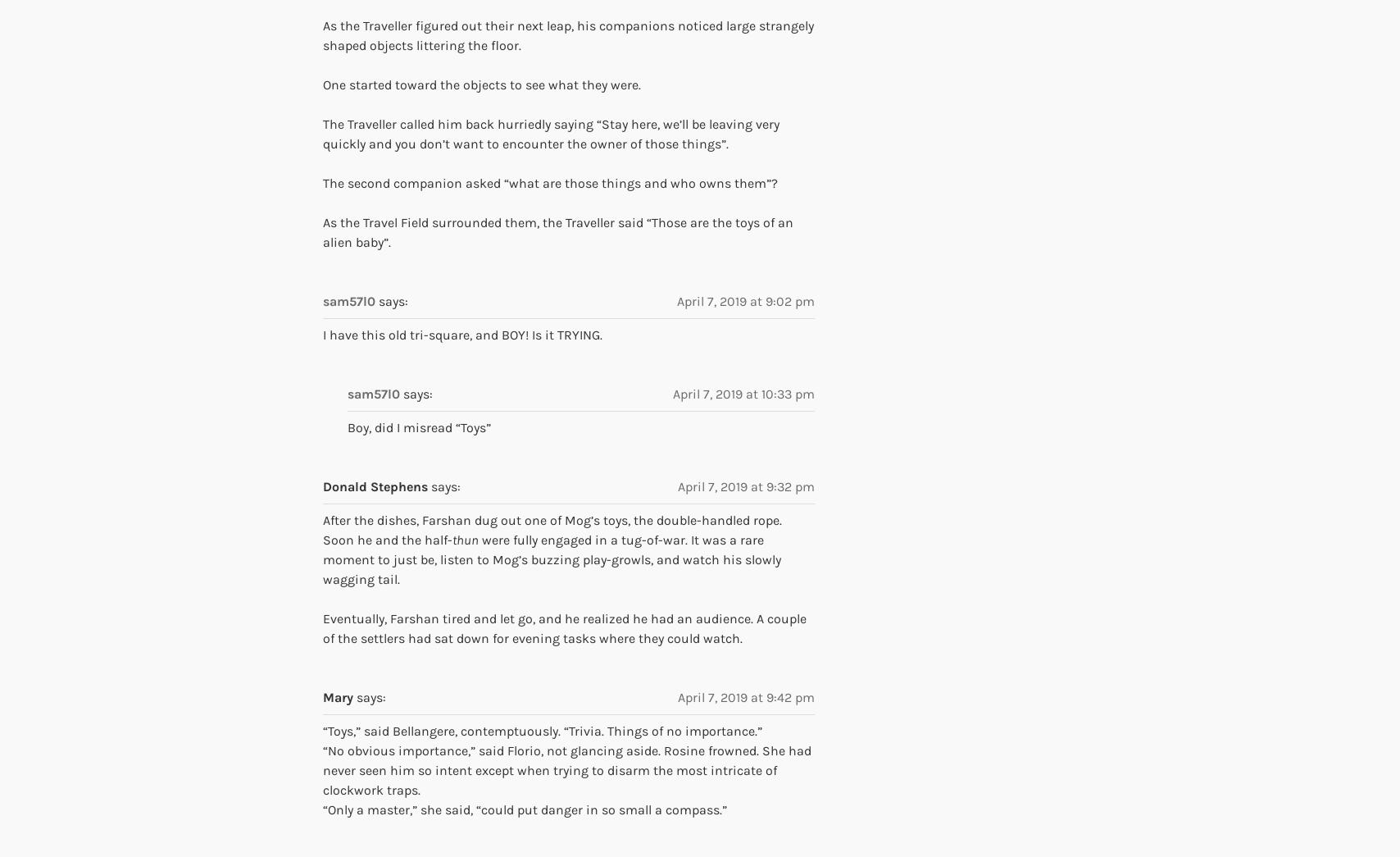 The height and width of the screenshot is (857, 1400). Describe the element at coordinates (375, 485) in the screenshot. I see `'Donald Stephens'` at that location.